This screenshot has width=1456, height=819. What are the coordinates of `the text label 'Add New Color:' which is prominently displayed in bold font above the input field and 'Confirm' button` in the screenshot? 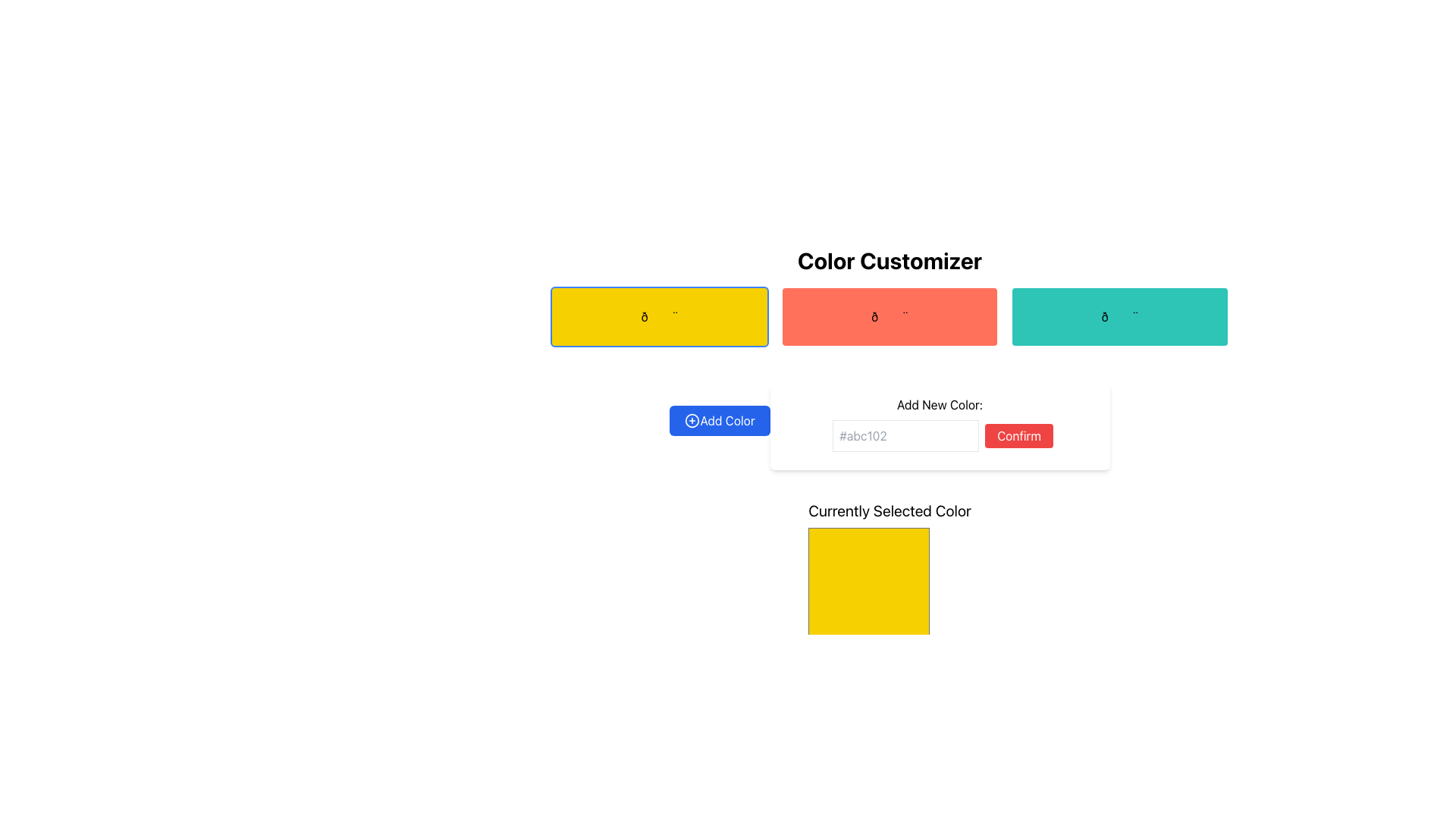 It's located at (939, 403).